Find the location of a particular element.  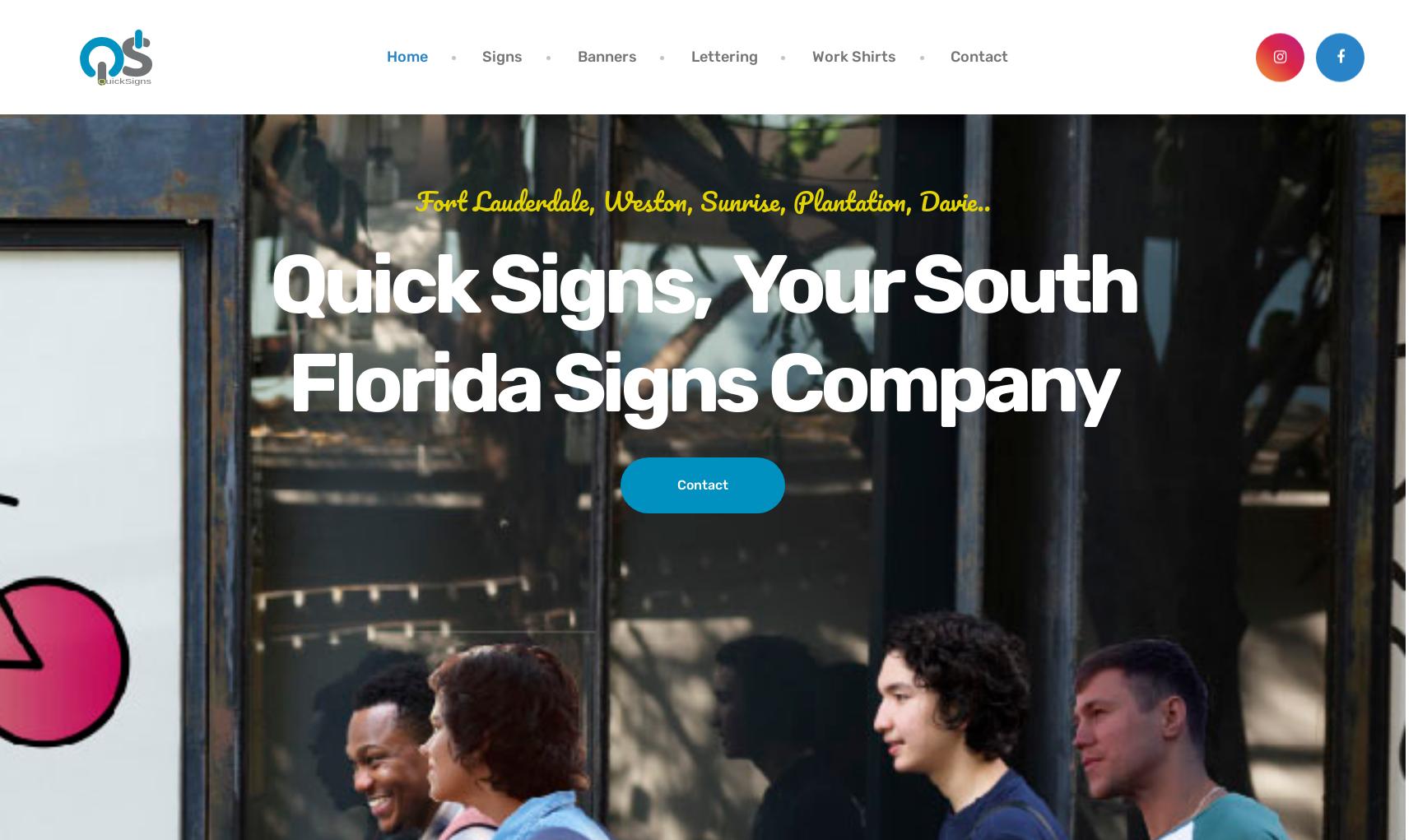

'Home' is located at coordinates (407, 55).